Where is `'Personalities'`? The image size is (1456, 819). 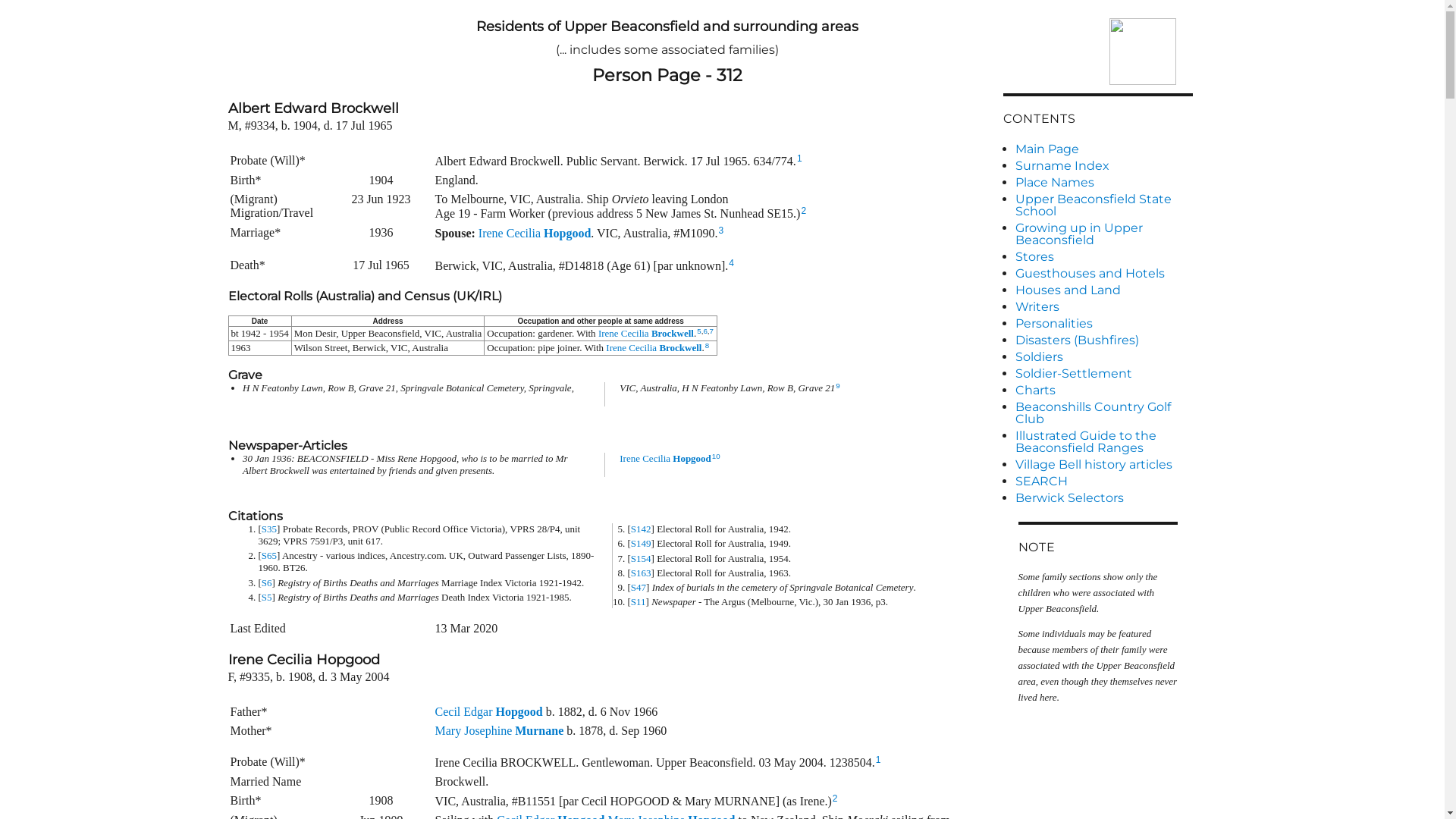 'Personalities' is located at coordinates (1015, 323).